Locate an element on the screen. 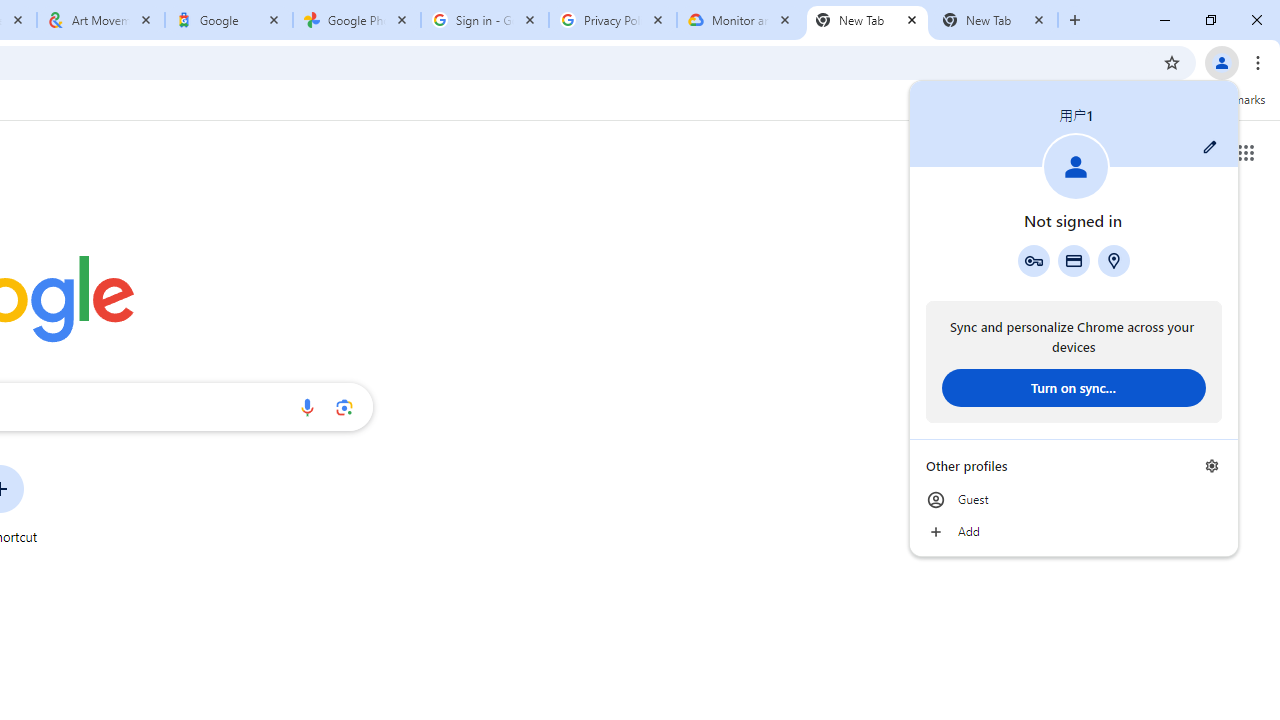 The height and width of the screenshot is (720, 1280). 'New Tab' is located at coordinates (994, 20).